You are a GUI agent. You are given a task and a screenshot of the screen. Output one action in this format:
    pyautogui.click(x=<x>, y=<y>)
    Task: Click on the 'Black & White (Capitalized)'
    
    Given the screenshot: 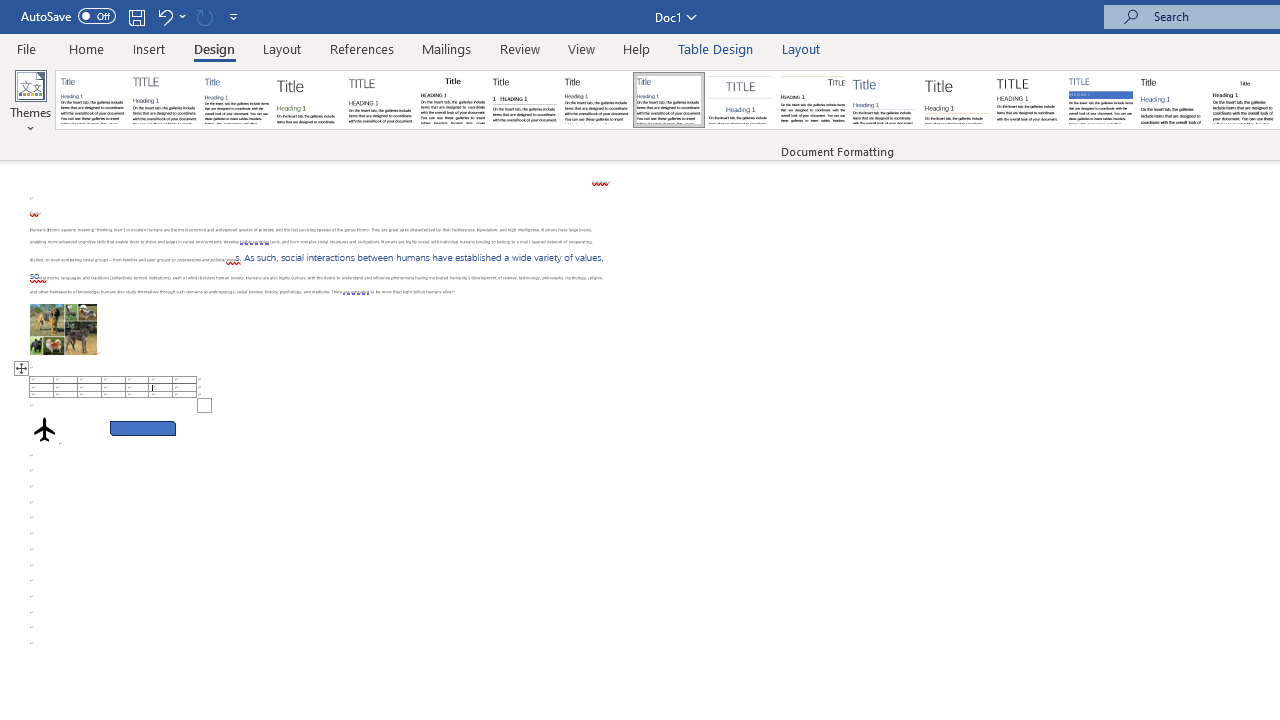 What is the action you would take?
    pyautogui.click(x=381, y=100)
    